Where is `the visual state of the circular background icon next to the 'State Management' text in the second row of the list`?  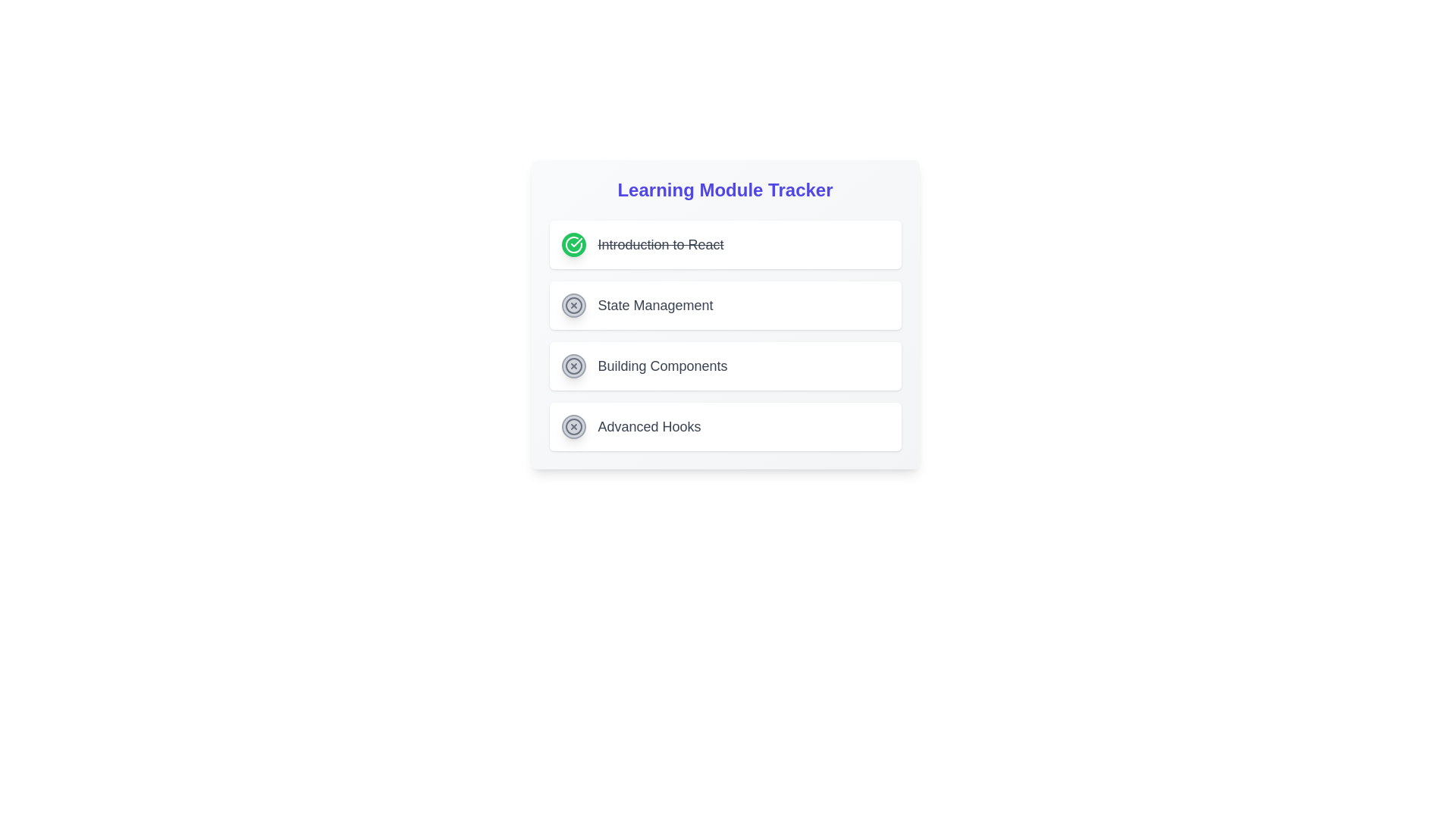 the visual state of the circular background icon next to the 'State Management' text in the second row of the list is located at coordinates (573, 305).